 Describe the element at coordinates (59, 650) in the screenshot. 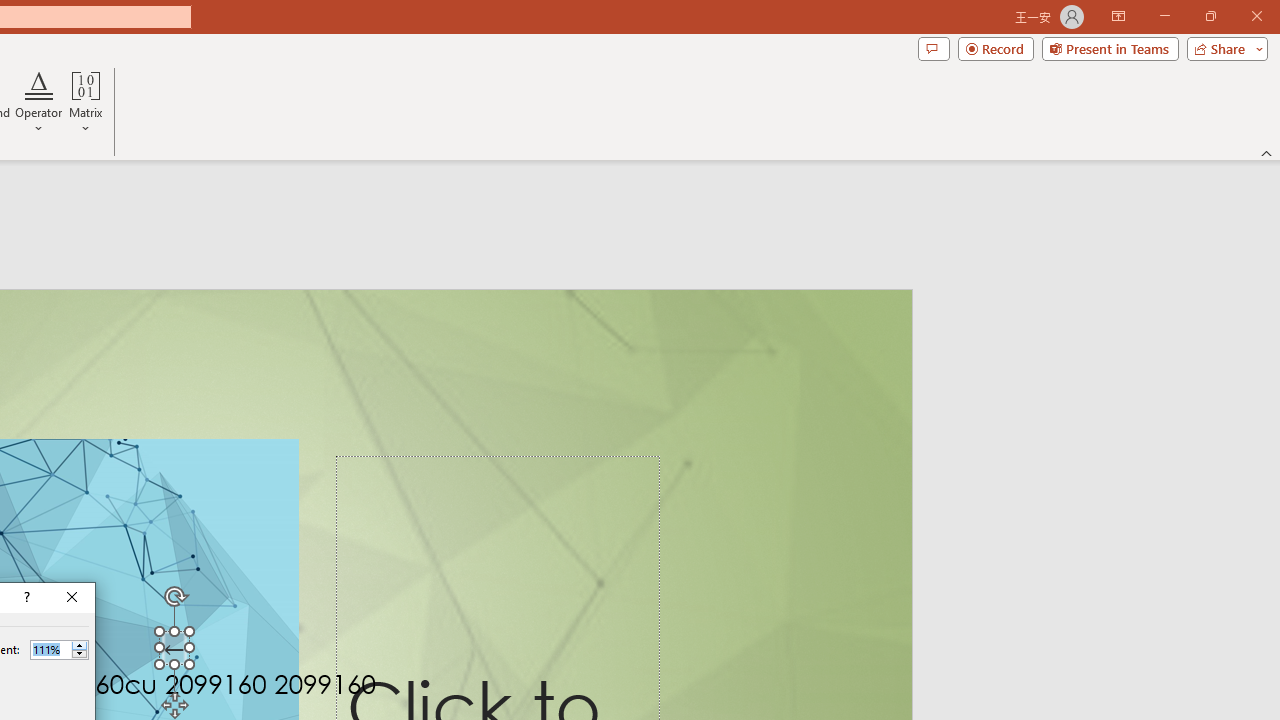

I see `'Percent'` at that location.